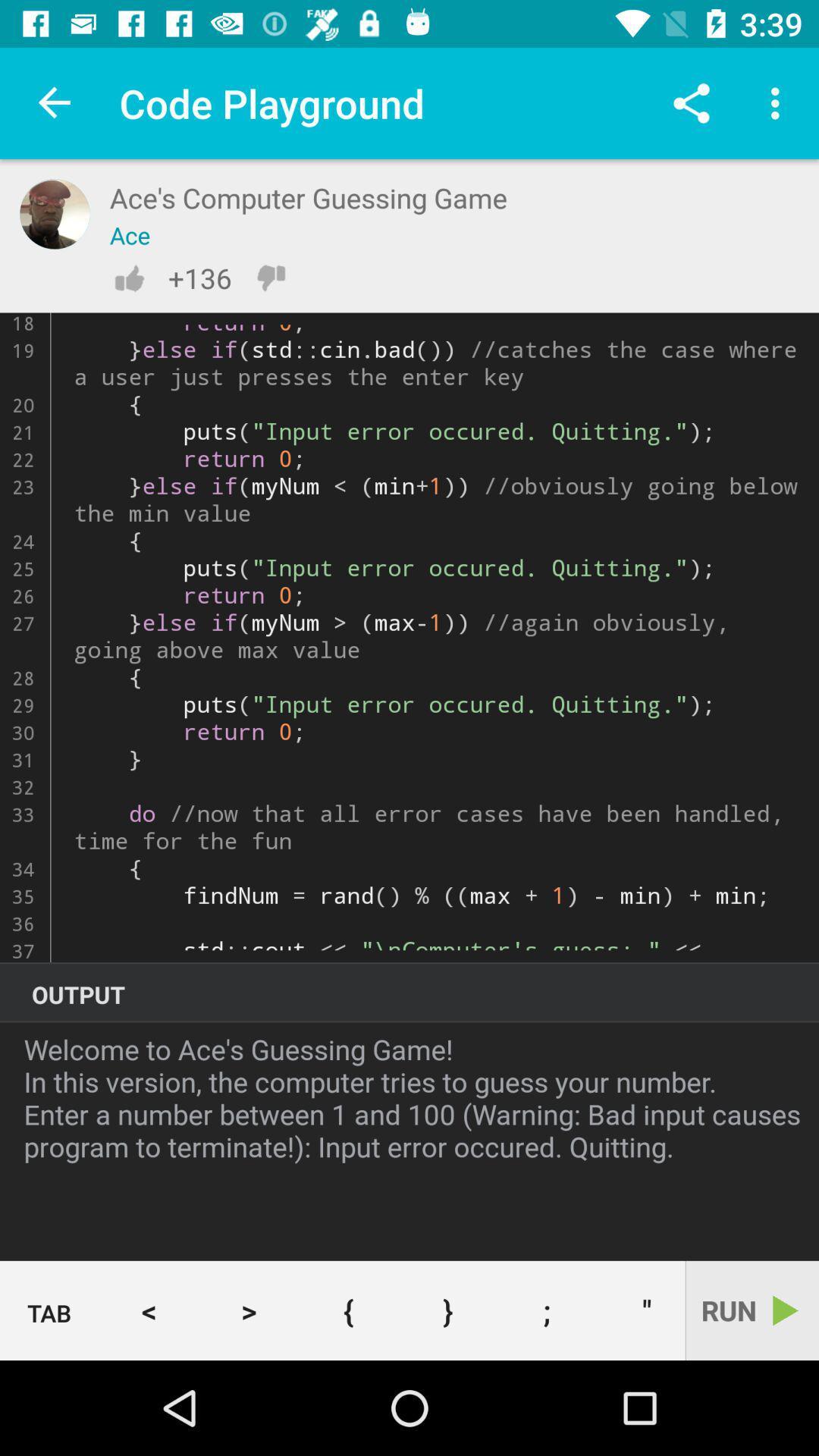 The height and width of the screenshot is (1456, 819). I want to click on the ; button, so click(547, 1310).